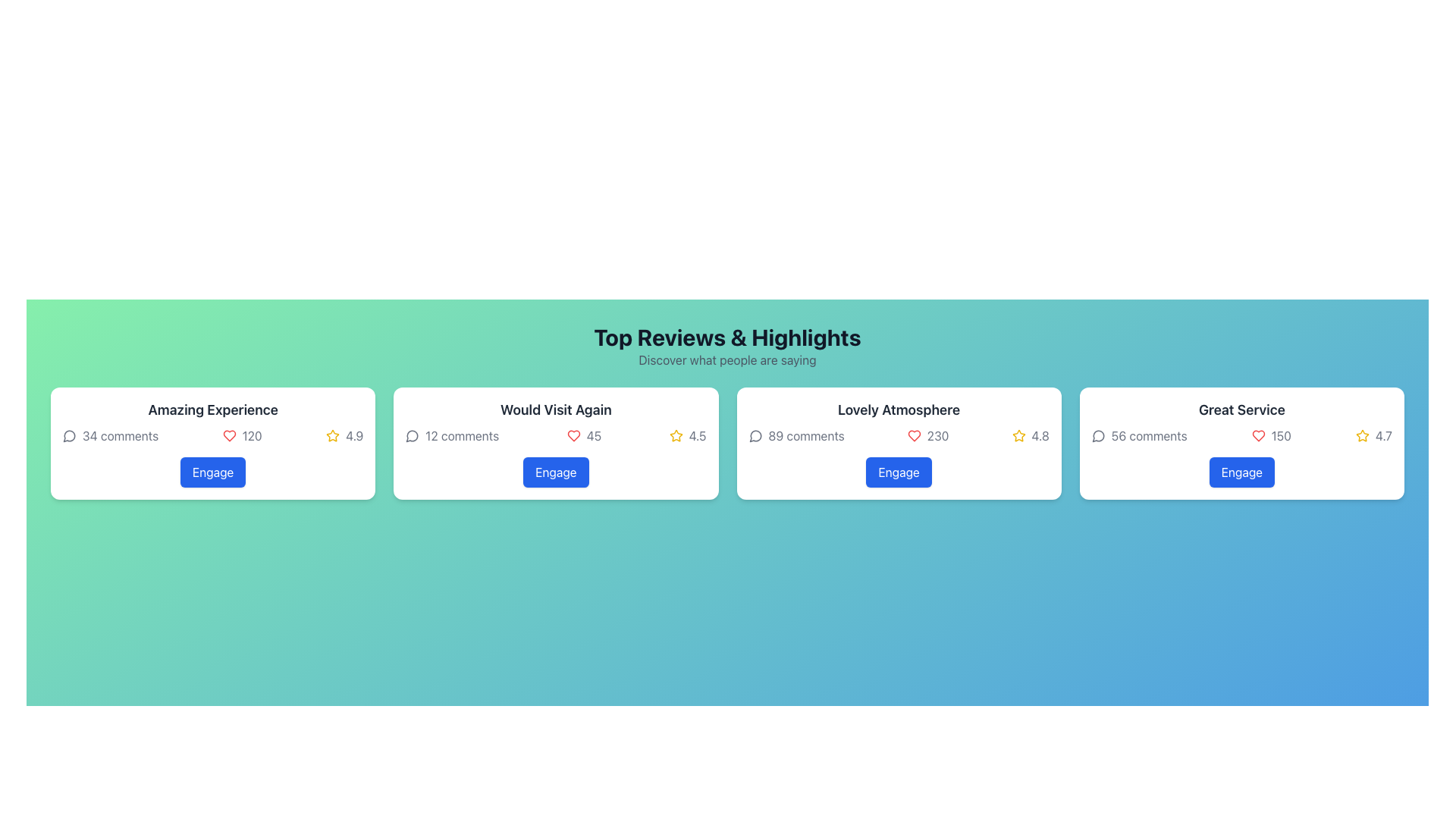  Describe the element at coordinates (212, 409) in the screenshot. I see `text label displaying 'Amazing Experience' located at the top center of the leftmost card in a group of cards` at that location.